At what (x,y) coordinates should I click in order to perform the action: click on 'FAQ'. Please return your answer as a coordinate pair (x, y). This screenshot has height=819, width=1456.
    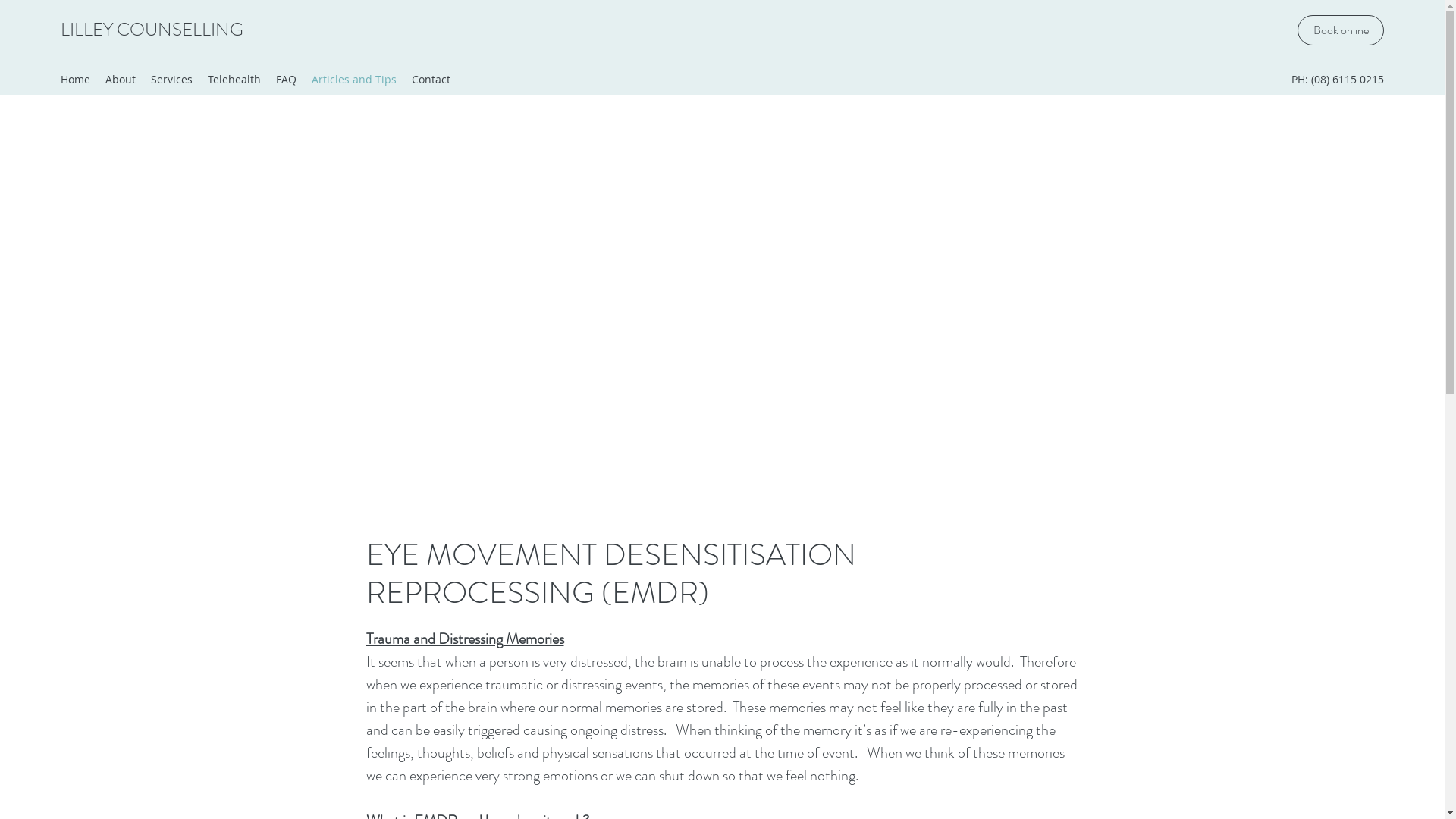
    Looking at the image, I should click on (268, 79).